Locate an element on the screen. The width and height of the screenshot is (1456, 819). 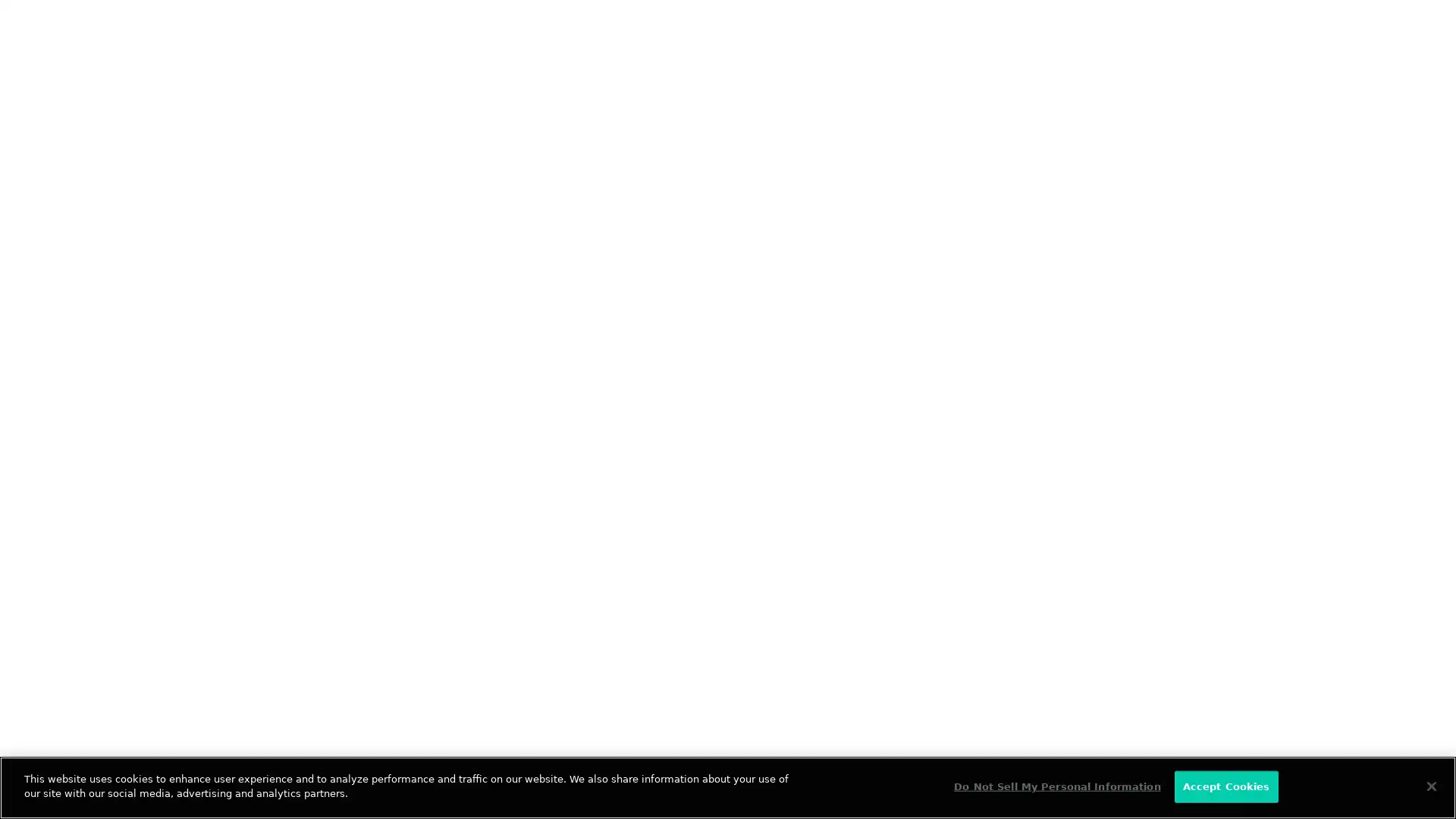
SUBSCRIBE is located at coordinates (403, 347).